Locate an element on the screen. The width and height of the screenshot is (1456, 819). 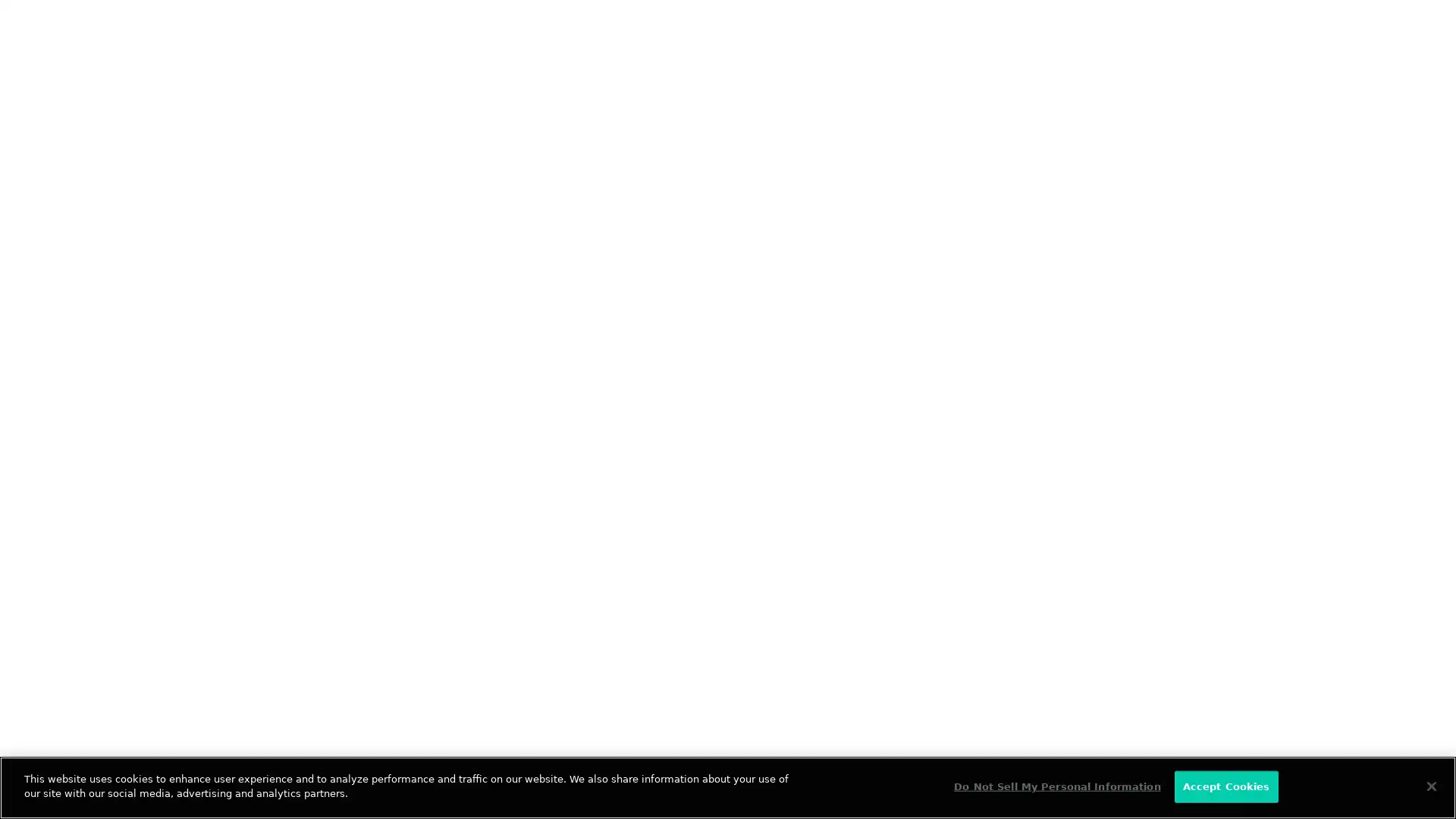
SUBSCRIBE is located at coordinates (403, 347).